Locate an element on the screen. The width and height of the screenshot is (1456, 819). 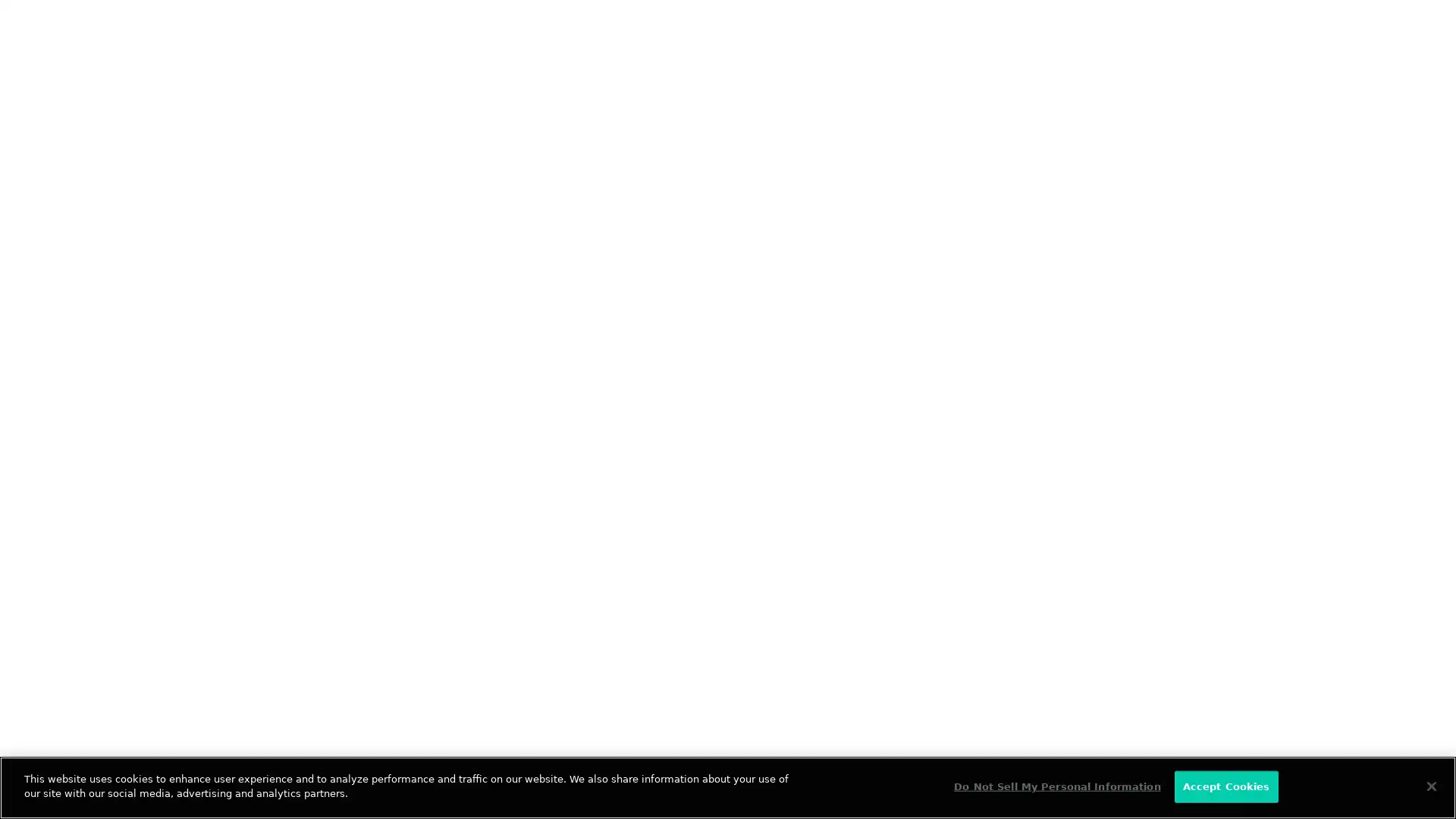
SUBSCRIBE is located at coordinates (403, 347).